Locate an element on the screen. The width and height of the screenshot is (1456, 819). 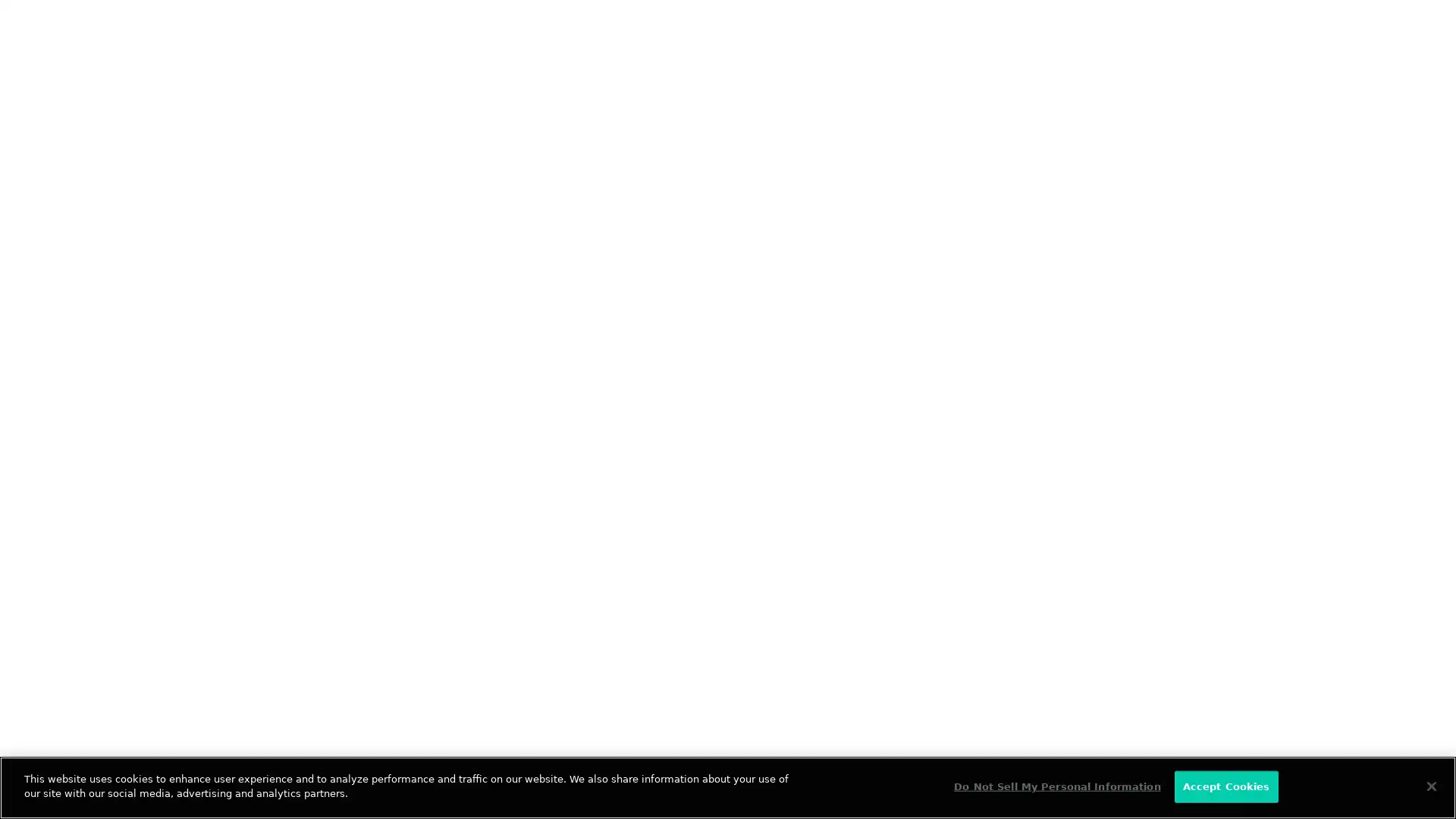
SUBSCRIBE is located at coordinates (403, 347).